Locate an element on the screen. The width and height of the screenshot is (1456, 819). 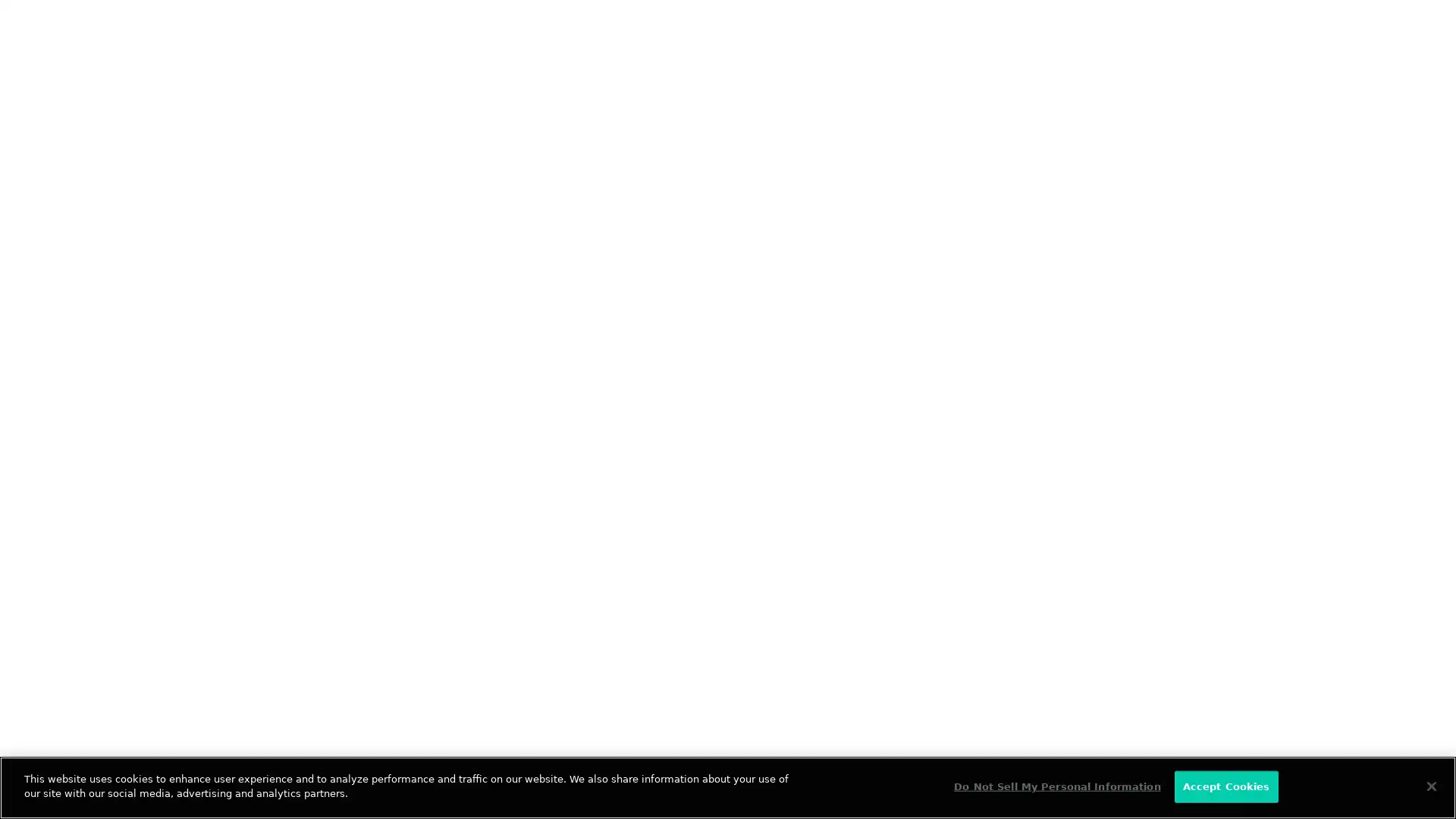
SUBSCRIBE is located at coordinates (403, 347).